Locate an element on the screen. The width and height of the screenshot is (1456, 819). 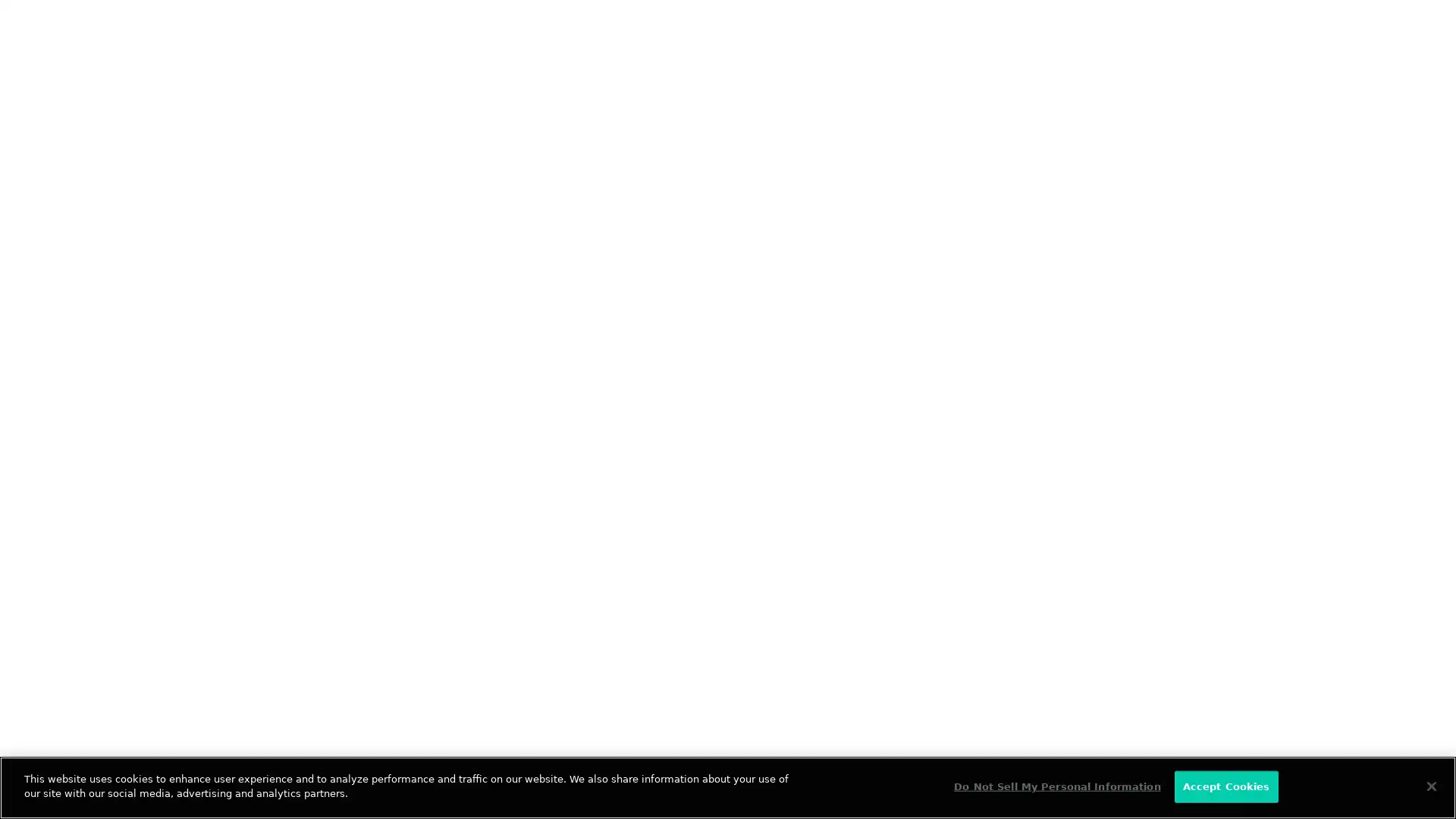
SUBSCRIBE is located at coordinates (403, 347).